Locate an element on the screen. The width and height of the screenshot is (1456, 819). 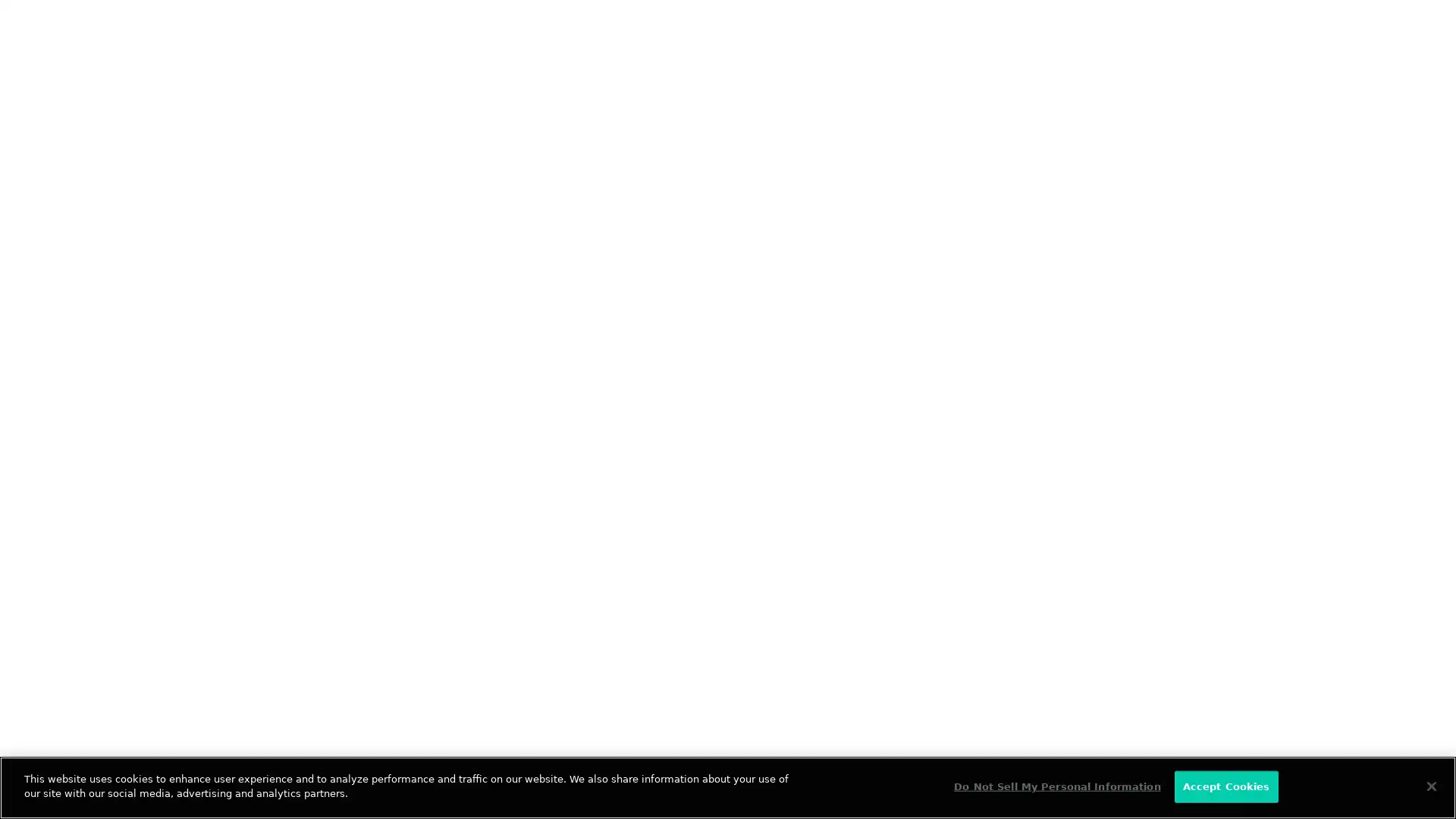
SUBSCRIBE is located at coordinates (403, 347).